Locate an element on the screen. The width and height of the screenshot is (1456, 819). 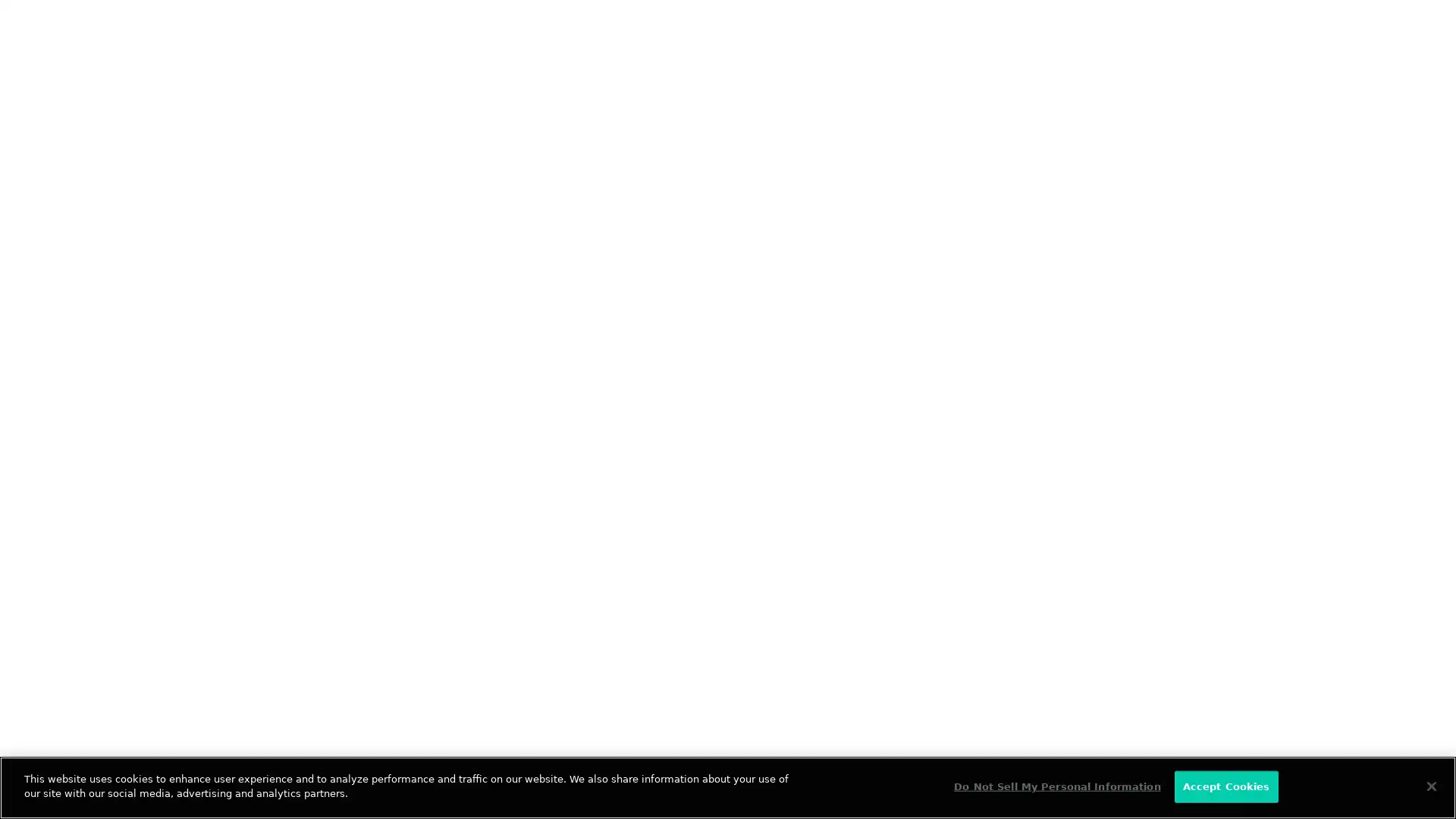
SUBSCRIBE is located at coordinates (403, 347).